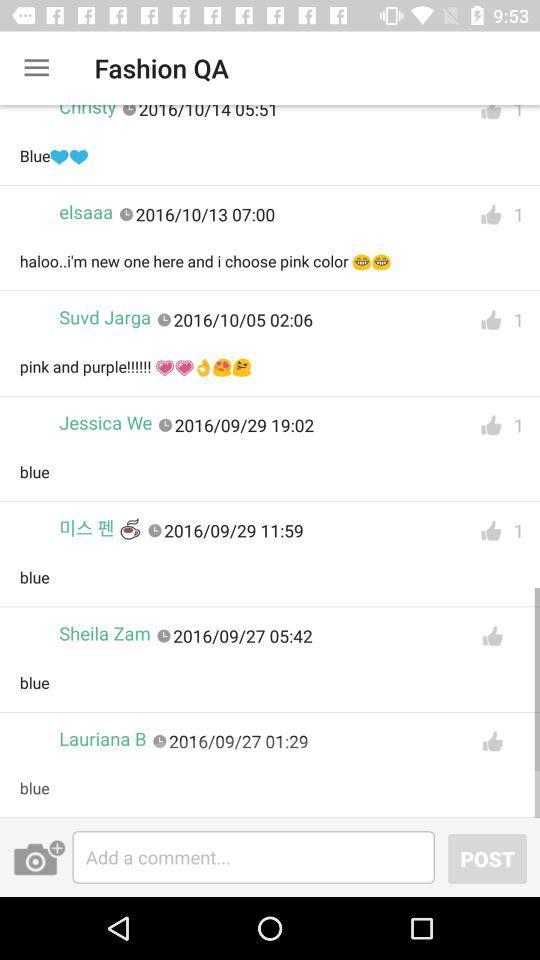 The width and height of the screenshot is (540, 960). I want to click on like comment, so click(490, 530).